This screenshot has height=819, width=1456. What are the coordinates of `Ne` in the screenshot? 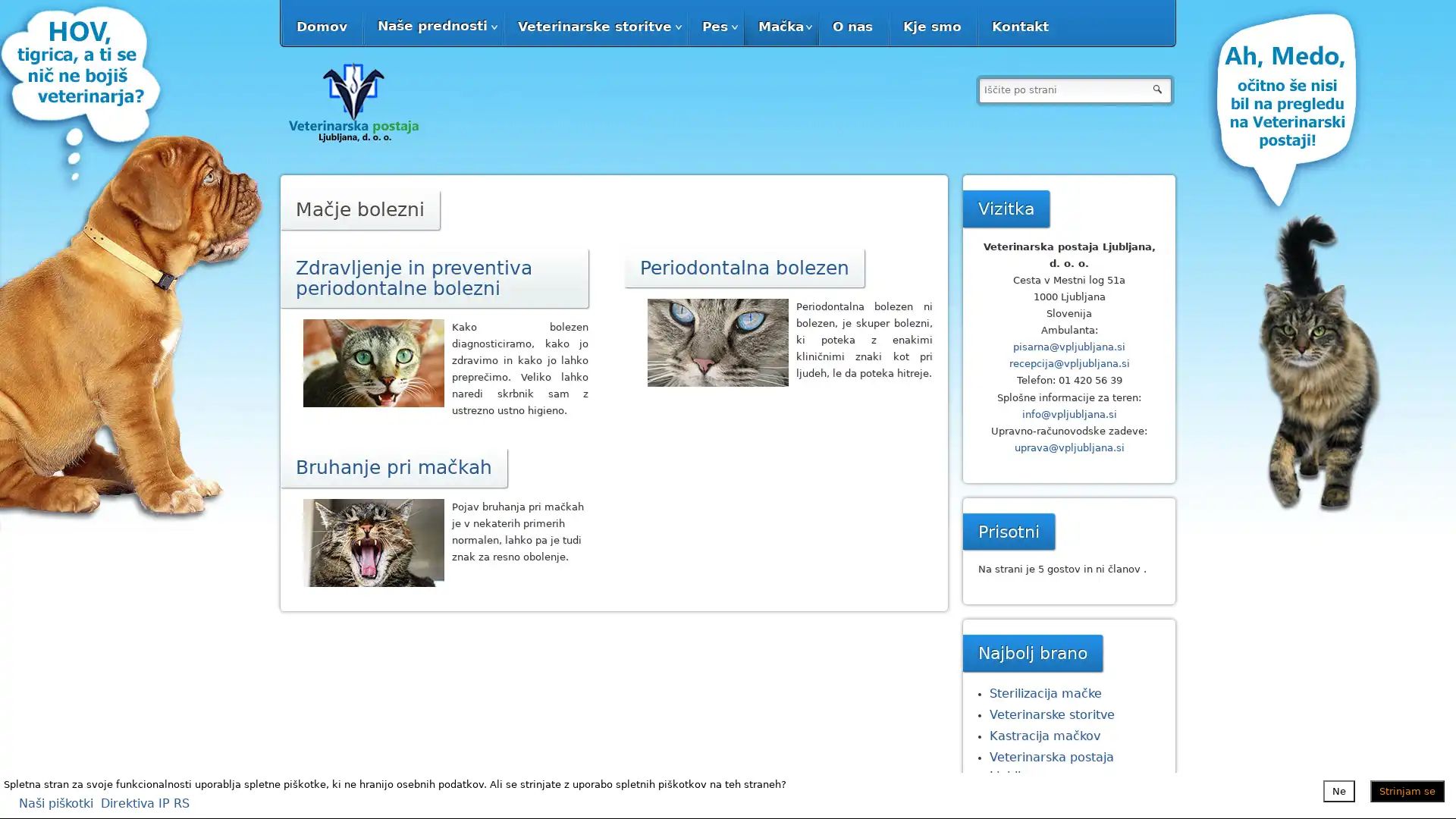 It's located at (1339, 789).